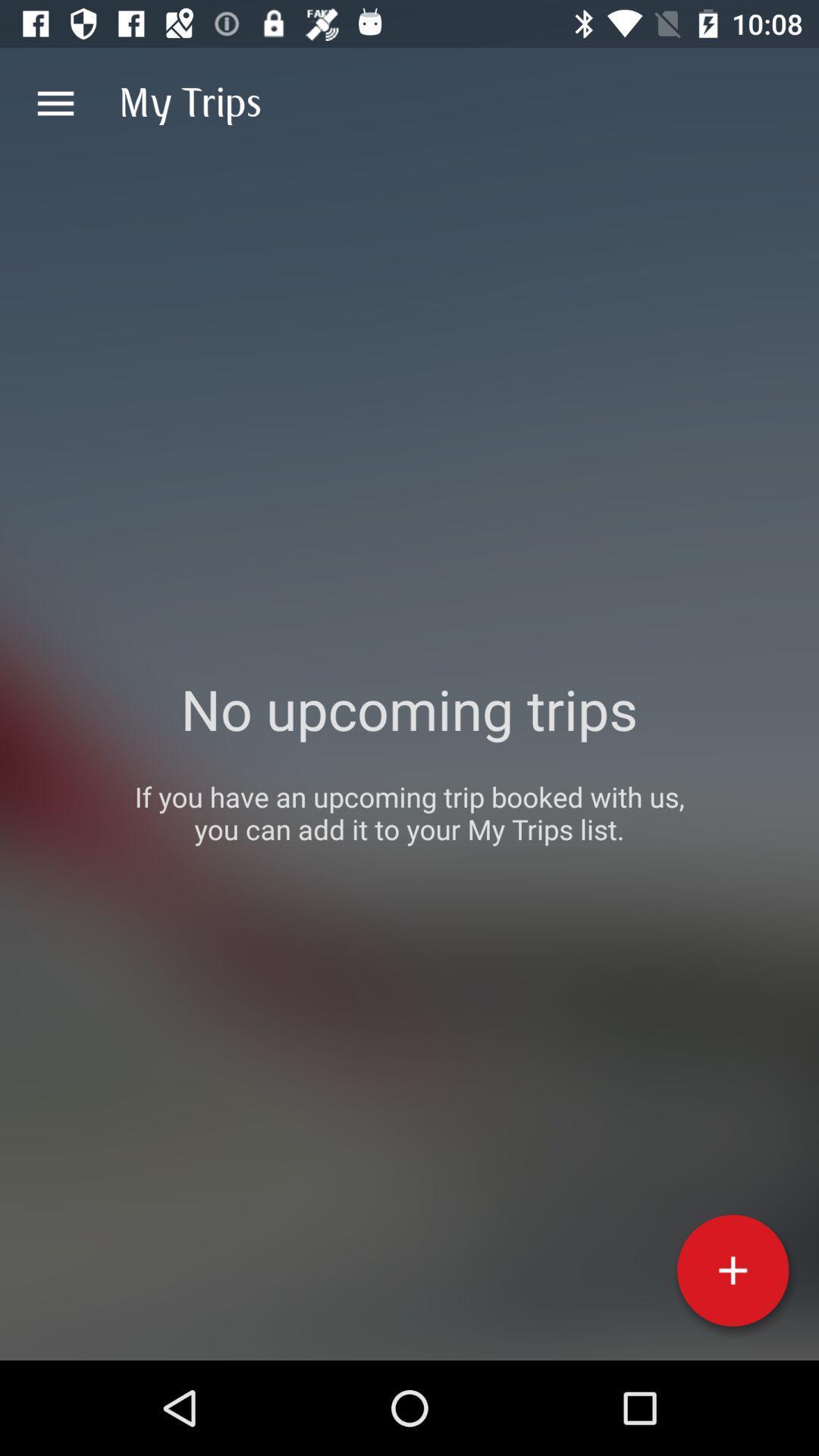 This screenshot has height=1456, width=819. What do you see at coordinates (55, 102) in the screenshot?
I see `icon above the no upcoming trips` at bounding box center [55, 102].